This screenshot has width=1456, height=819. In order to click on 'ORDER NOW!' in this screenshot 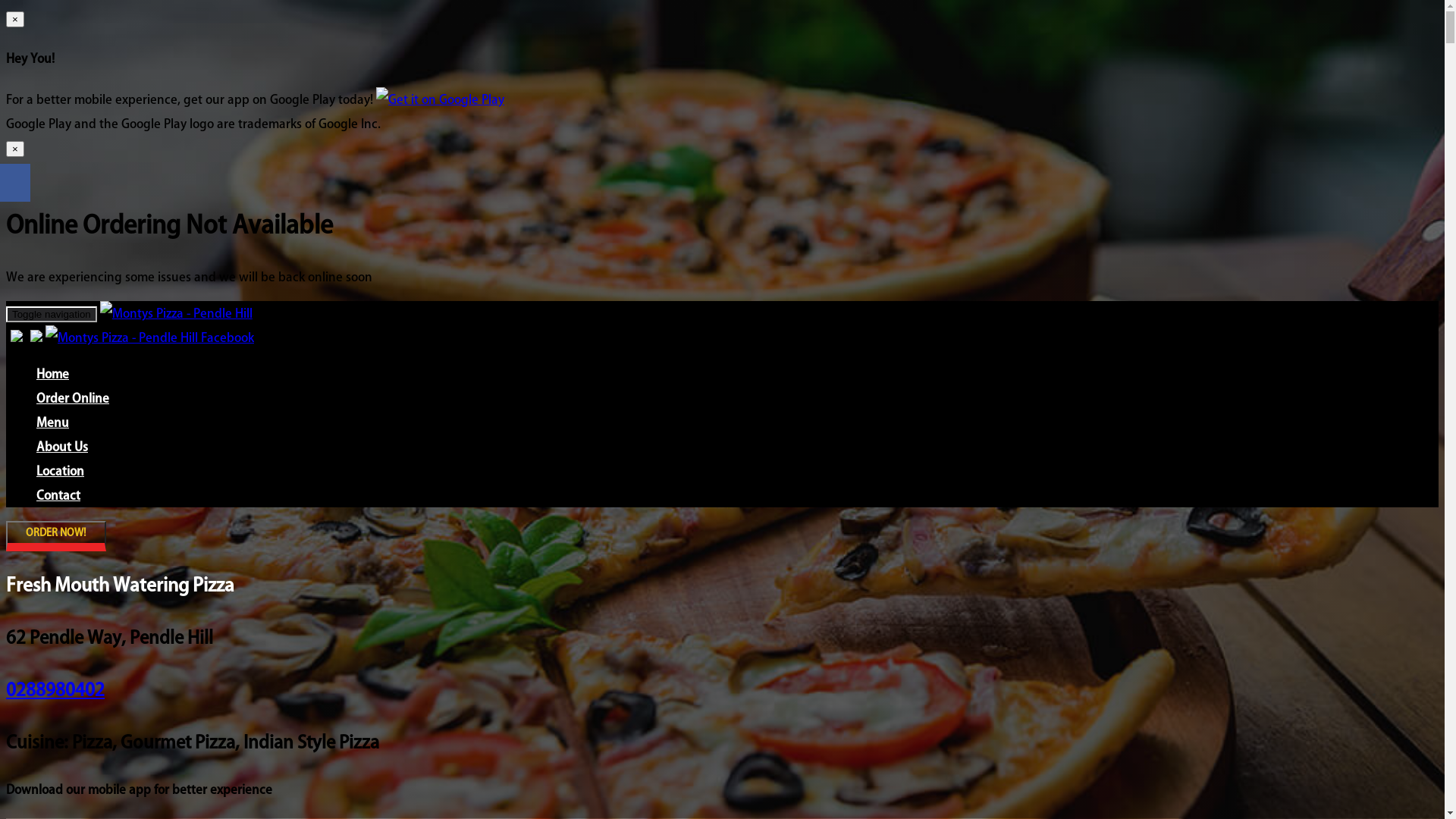, I will do `click(55, 535)`.